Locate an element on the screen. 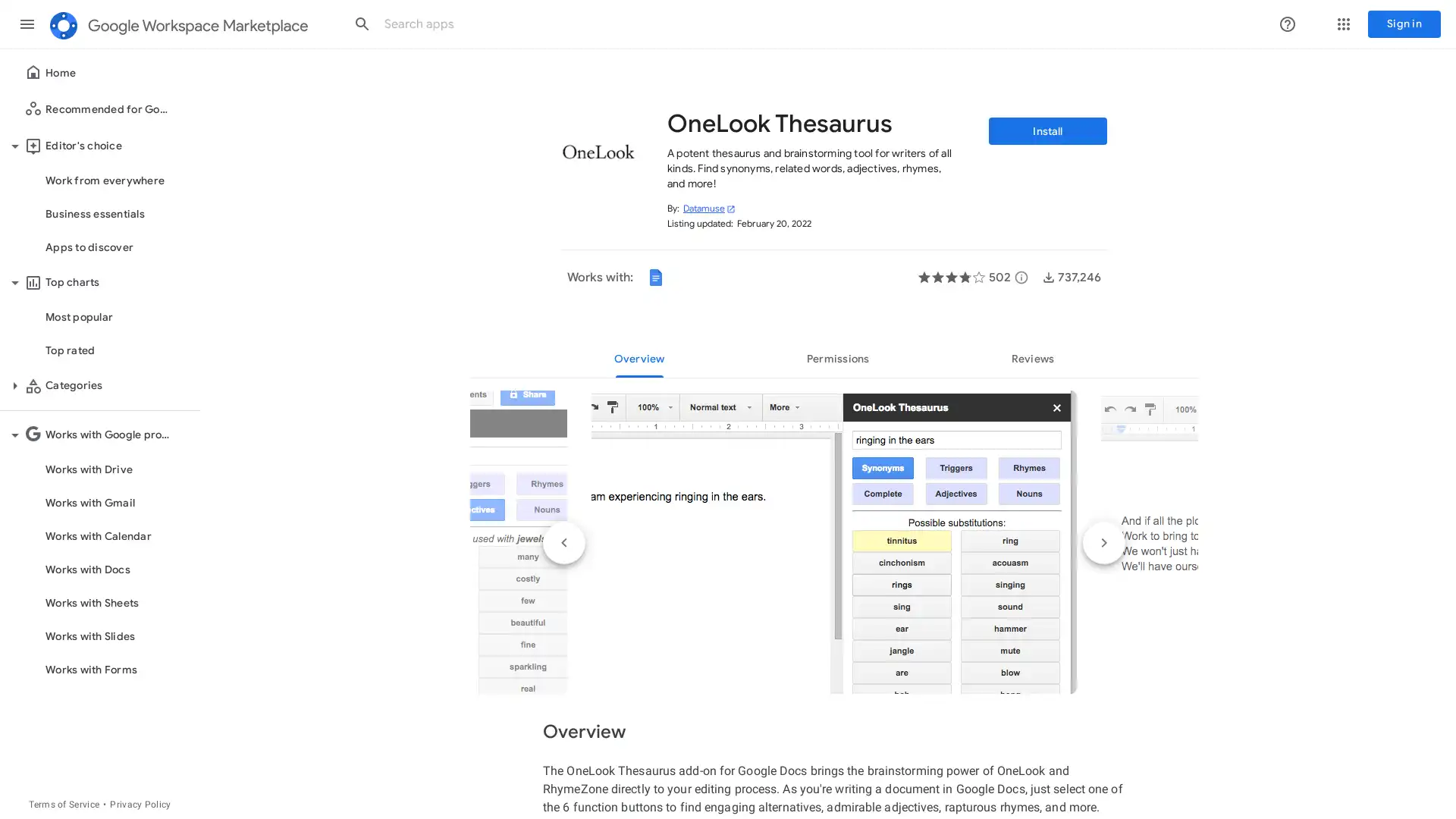 Image resolution: width=1456 pixels, height=819 pixels. Install is located at coordinates (1047, 130).